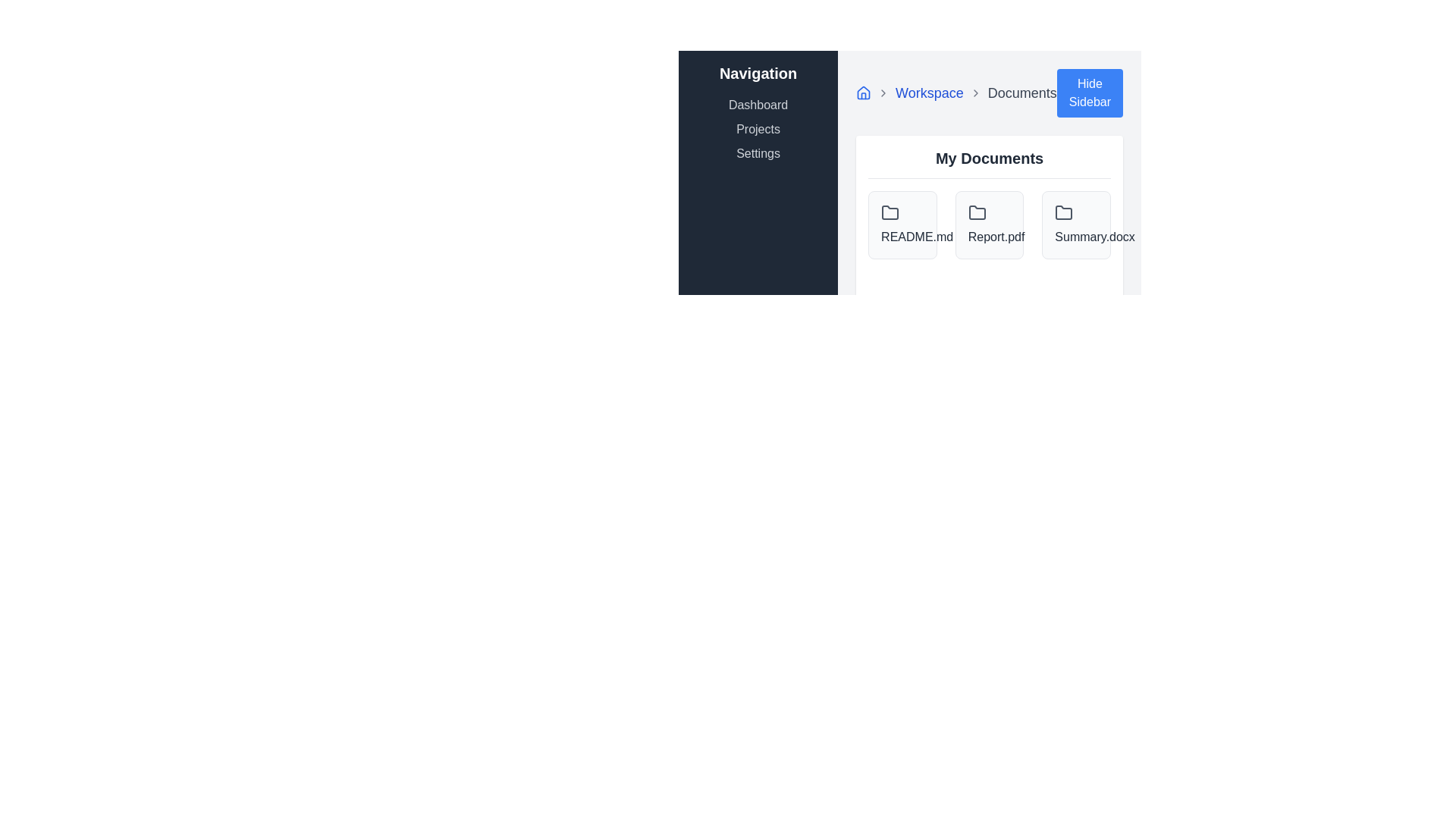 Image resolution: width=1456 pixels, height=819 pixels. Describe the element at coordinates (1063, 213) in the screenshot. I see `the gray folder icon with a modern rounded outline located in the 'My Documents' section, positioned above the text 'Summary.docx'` at that location.